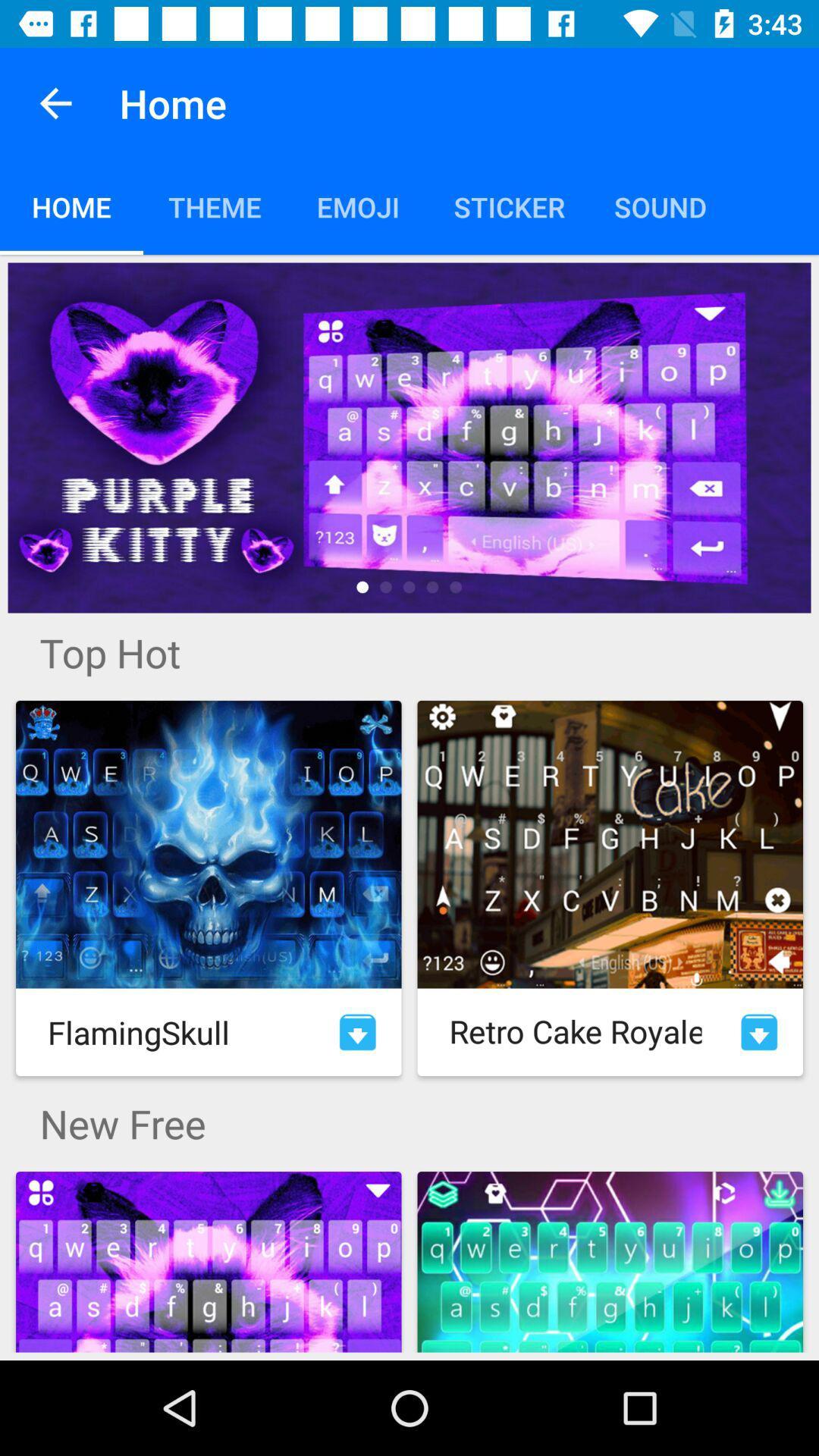 The image size is (819, 1456). Describe the element at coordinates (55, 102) in the screenshot. I see `the item next to home app` at that location.